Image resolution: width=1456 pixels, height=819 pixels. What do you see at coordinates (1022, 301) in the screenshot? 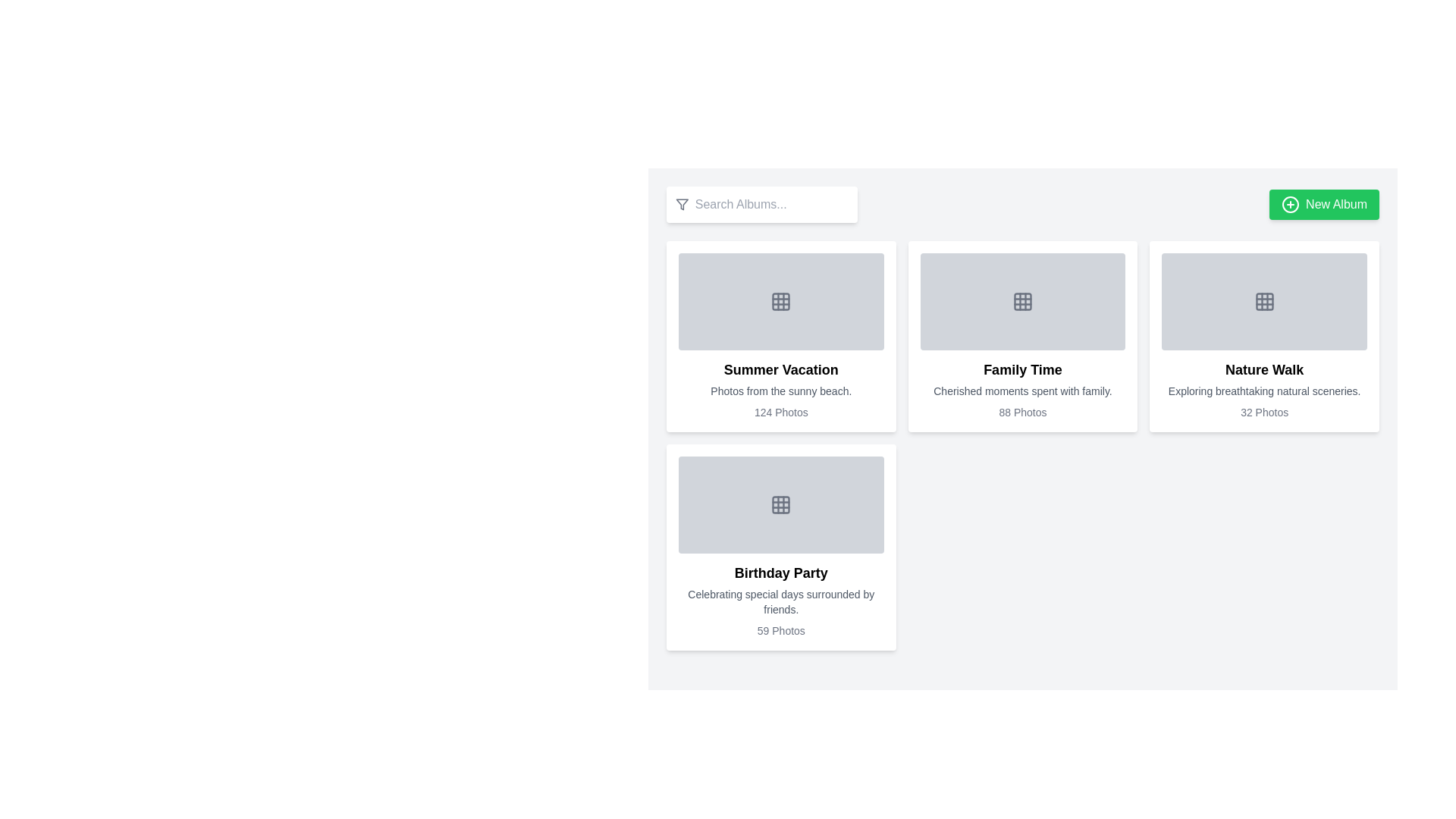
I see `the grid icon in the 'Family Time' album card to interact with the album` at bounding box center [1022, 301].